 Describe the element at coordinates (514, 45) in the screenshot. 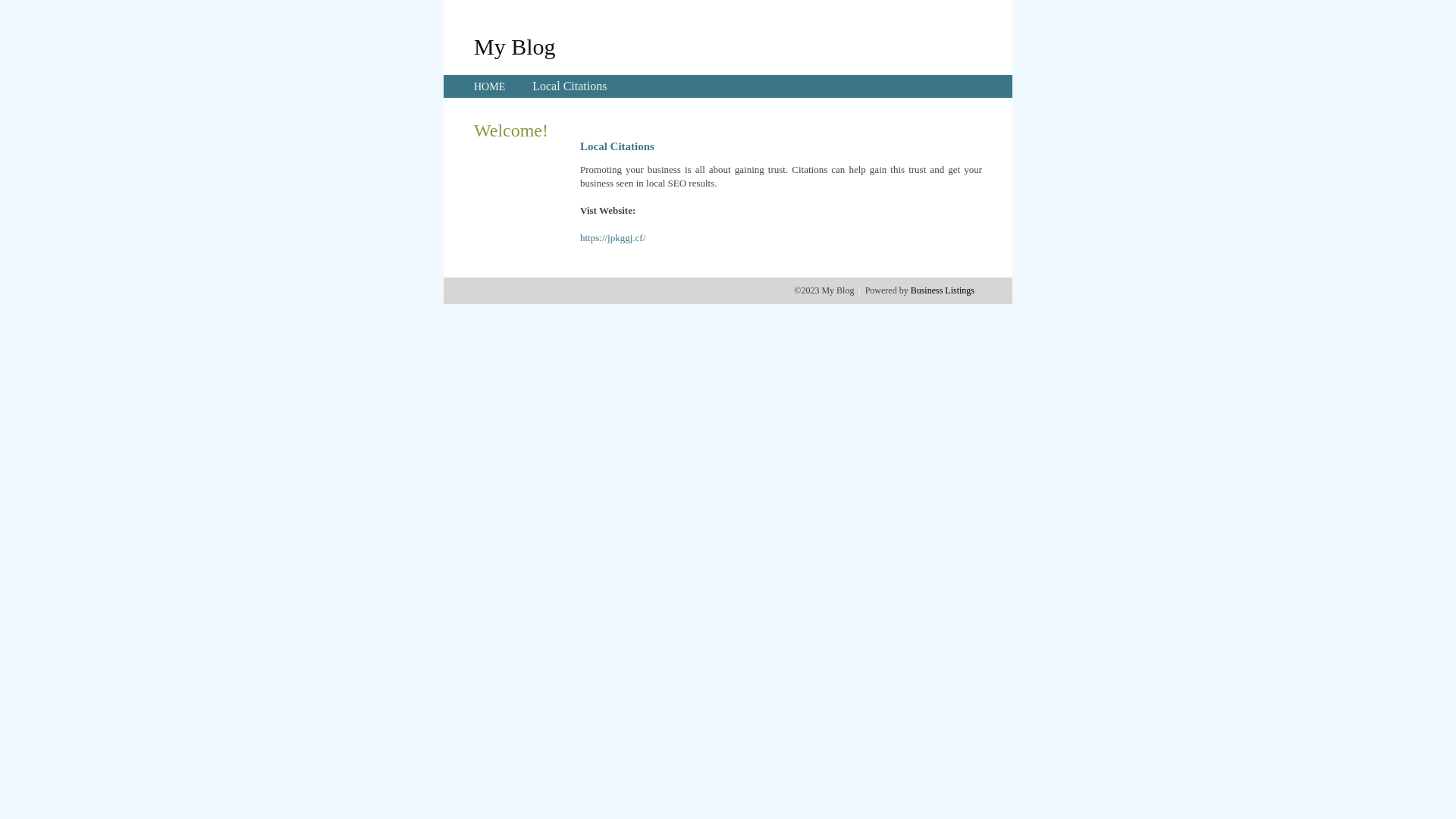

I see `'My Blog'` at that location.